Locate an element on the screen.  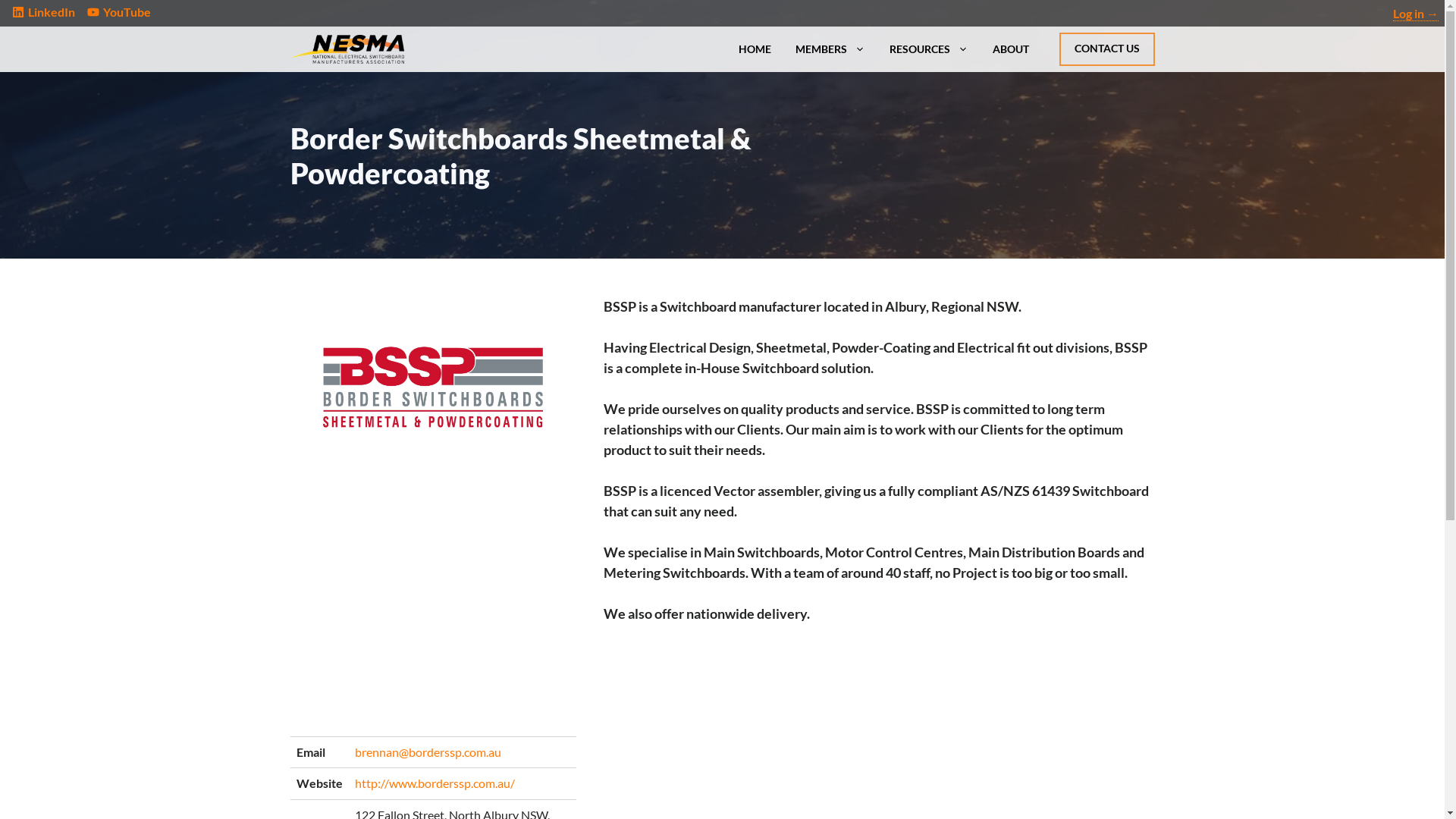
'MEMBERS' is located at coordinates (829, 49).